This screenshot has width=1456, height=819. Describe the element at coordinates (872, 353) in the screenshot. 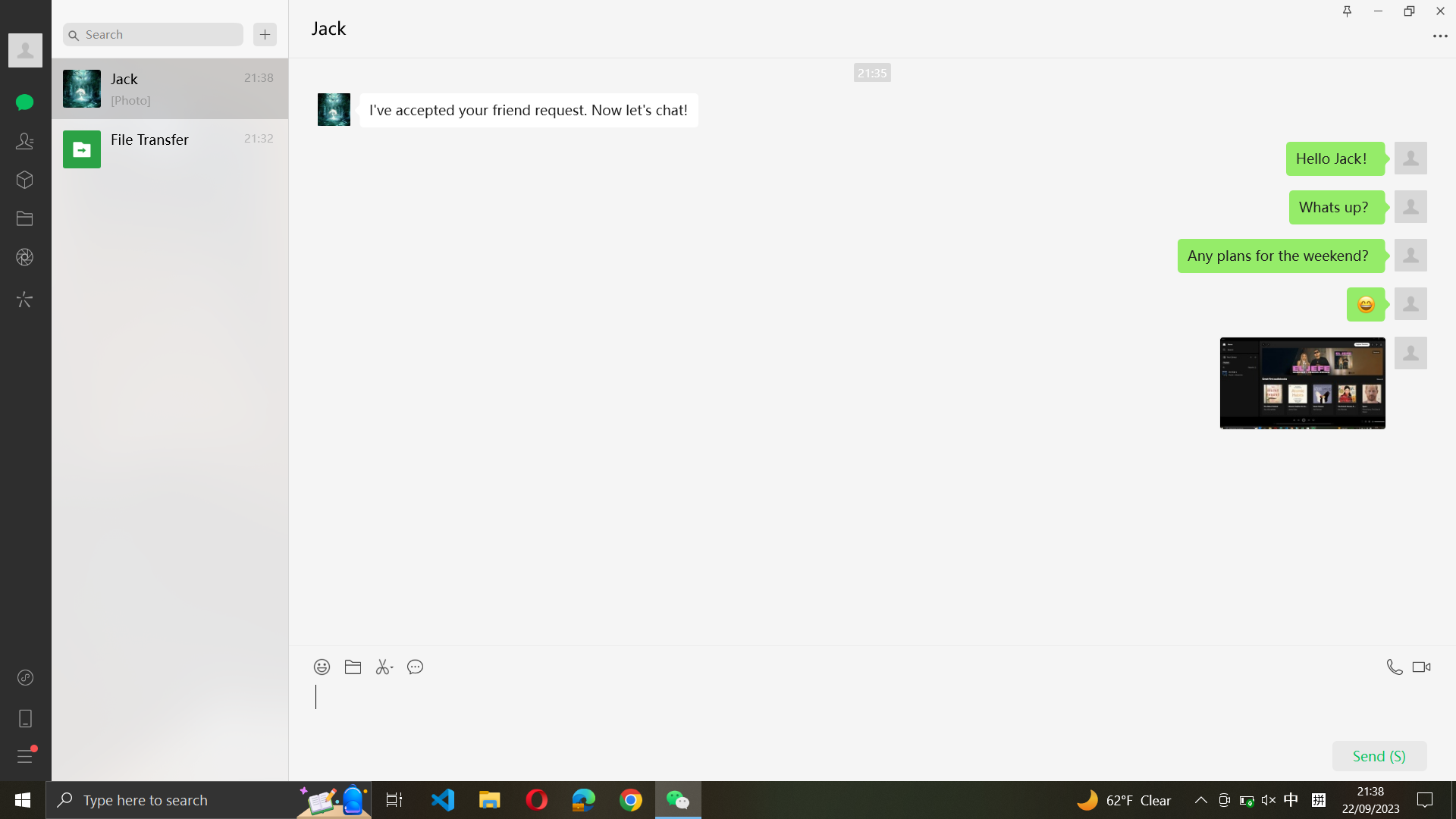

I see `Scroll up in the chat with Jack` at that location.